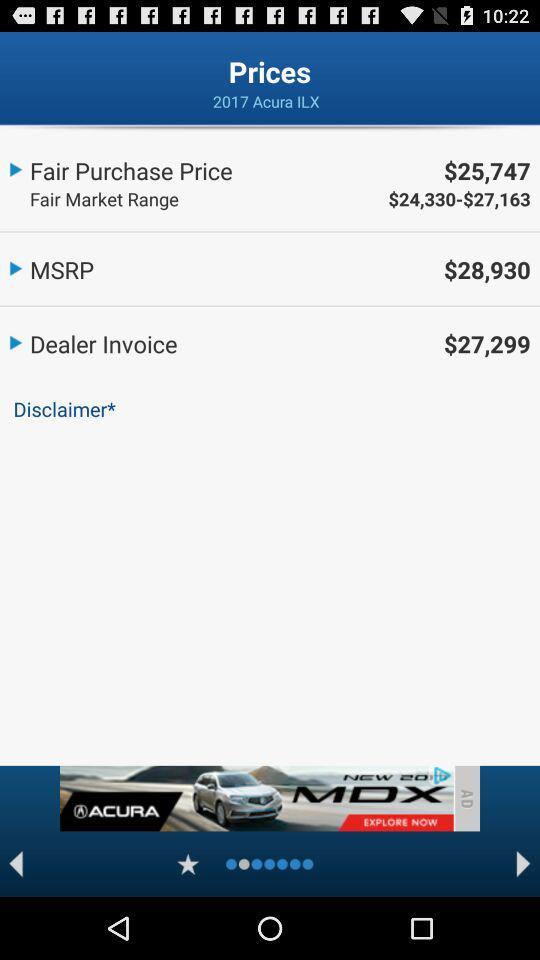  Describe the element at coordinates (188, 924) in the screenshot. I see `the star icon` at that location.